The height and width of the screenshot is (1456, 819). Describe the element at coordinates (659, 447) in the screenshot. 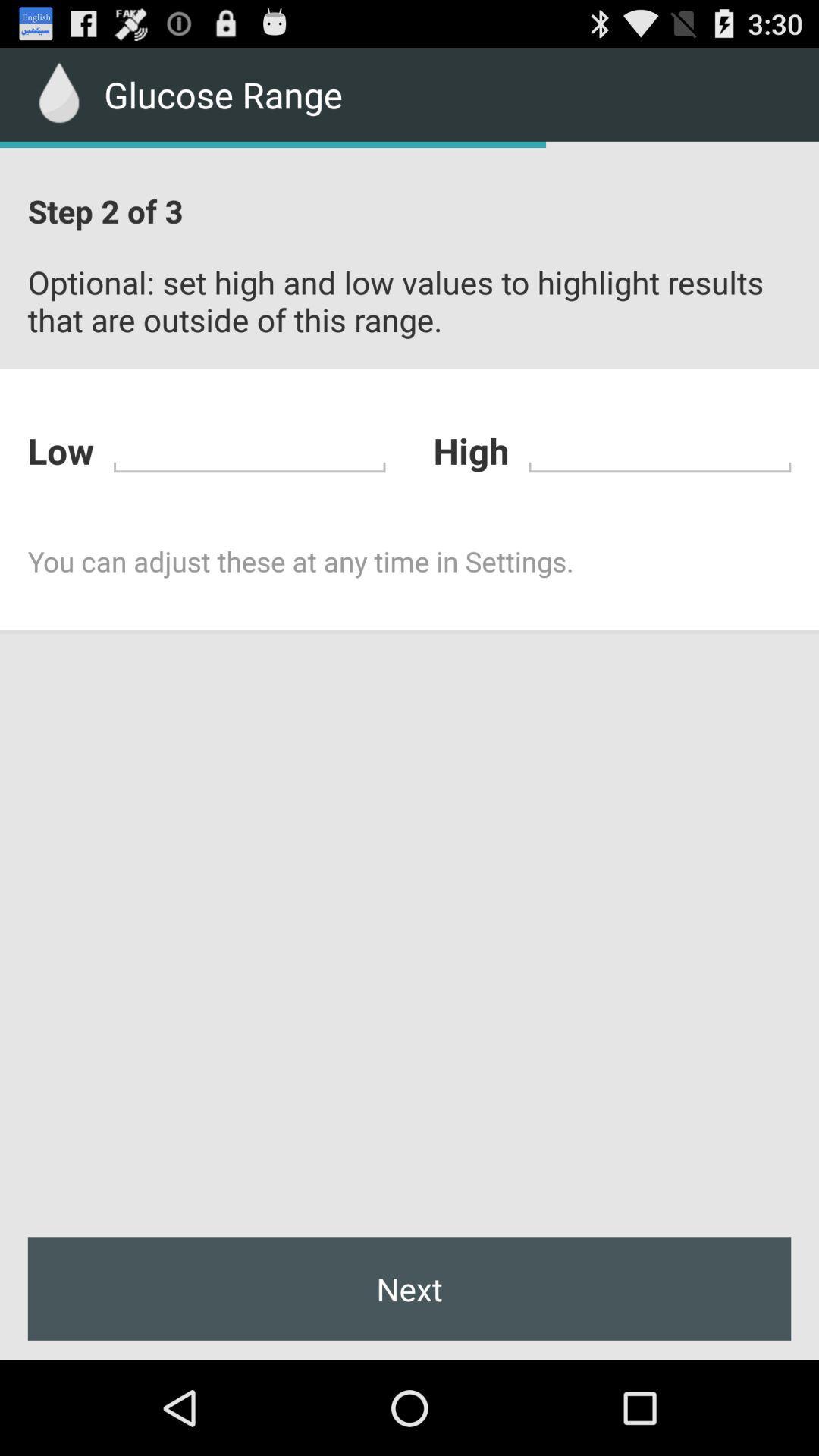

I see `high range of blood glucose` at that location.